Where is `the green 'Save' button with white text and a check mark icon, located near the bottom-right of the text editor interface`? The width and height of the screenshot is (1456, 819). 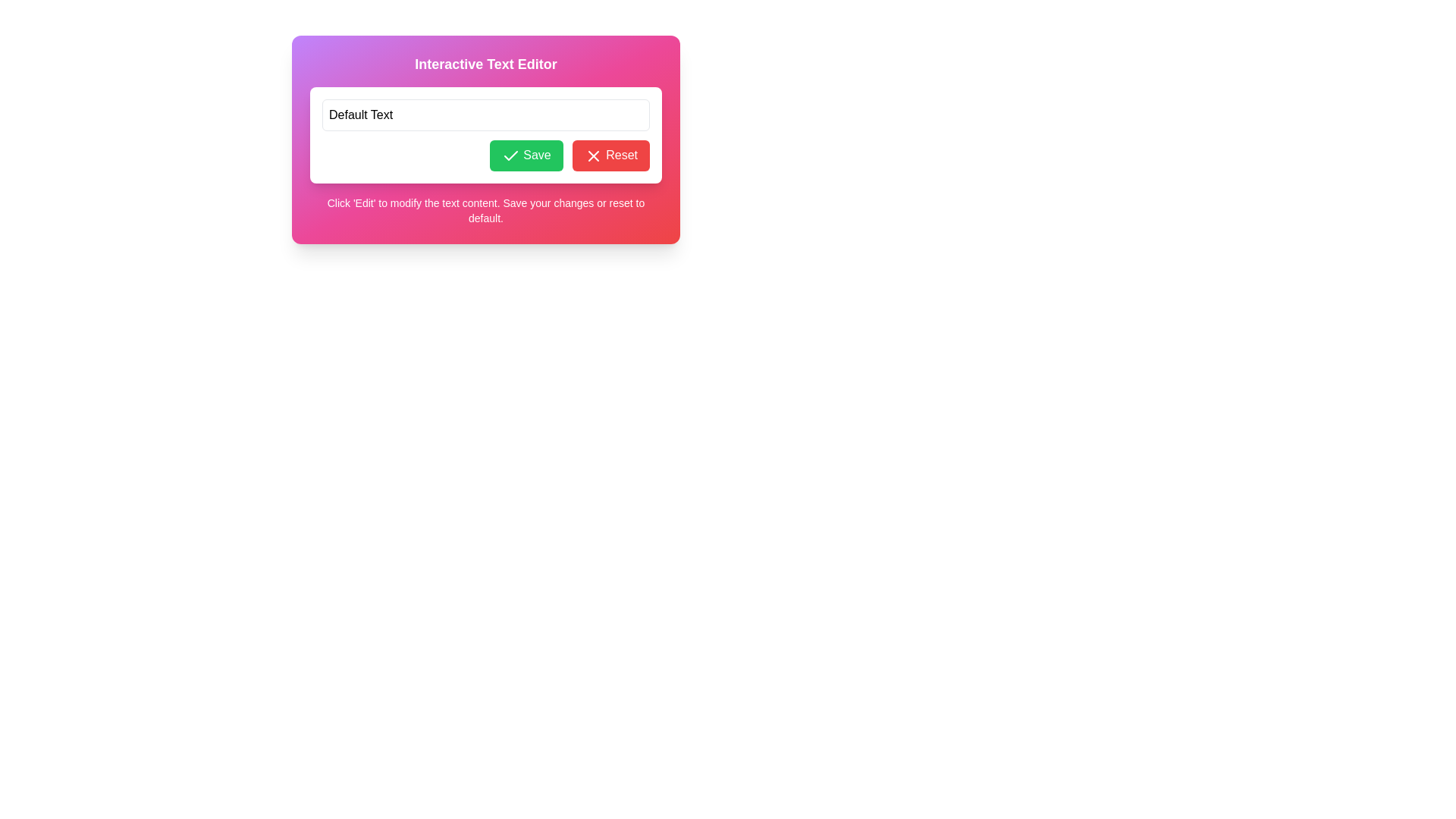
the green 'Save' button with white text and a check mark icon, located near the bottom-right of the text editor interface is located at coordinates (526, 155).